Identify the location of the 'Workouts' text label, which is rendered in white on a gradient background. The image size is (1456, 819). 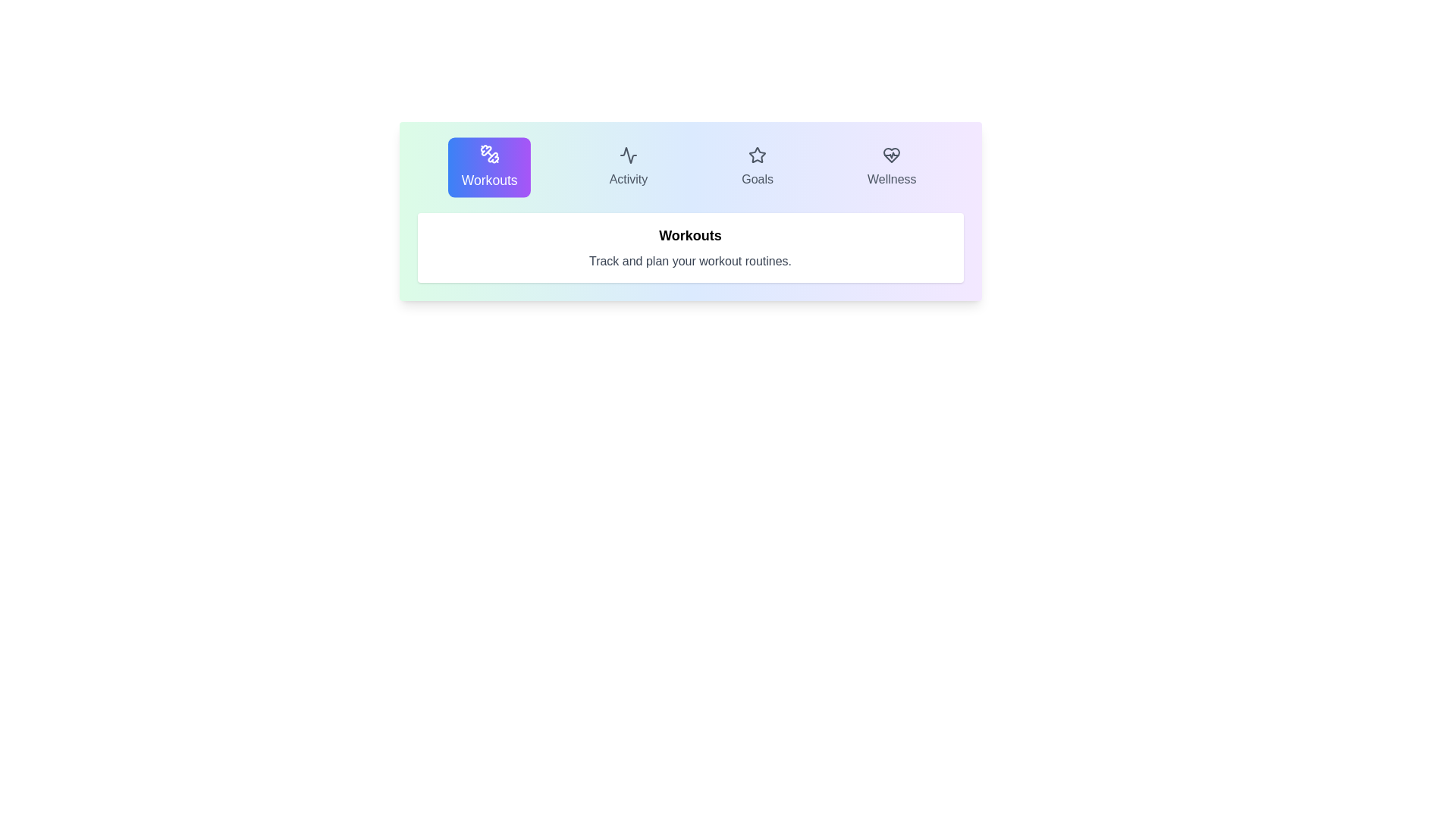
(490, 180).